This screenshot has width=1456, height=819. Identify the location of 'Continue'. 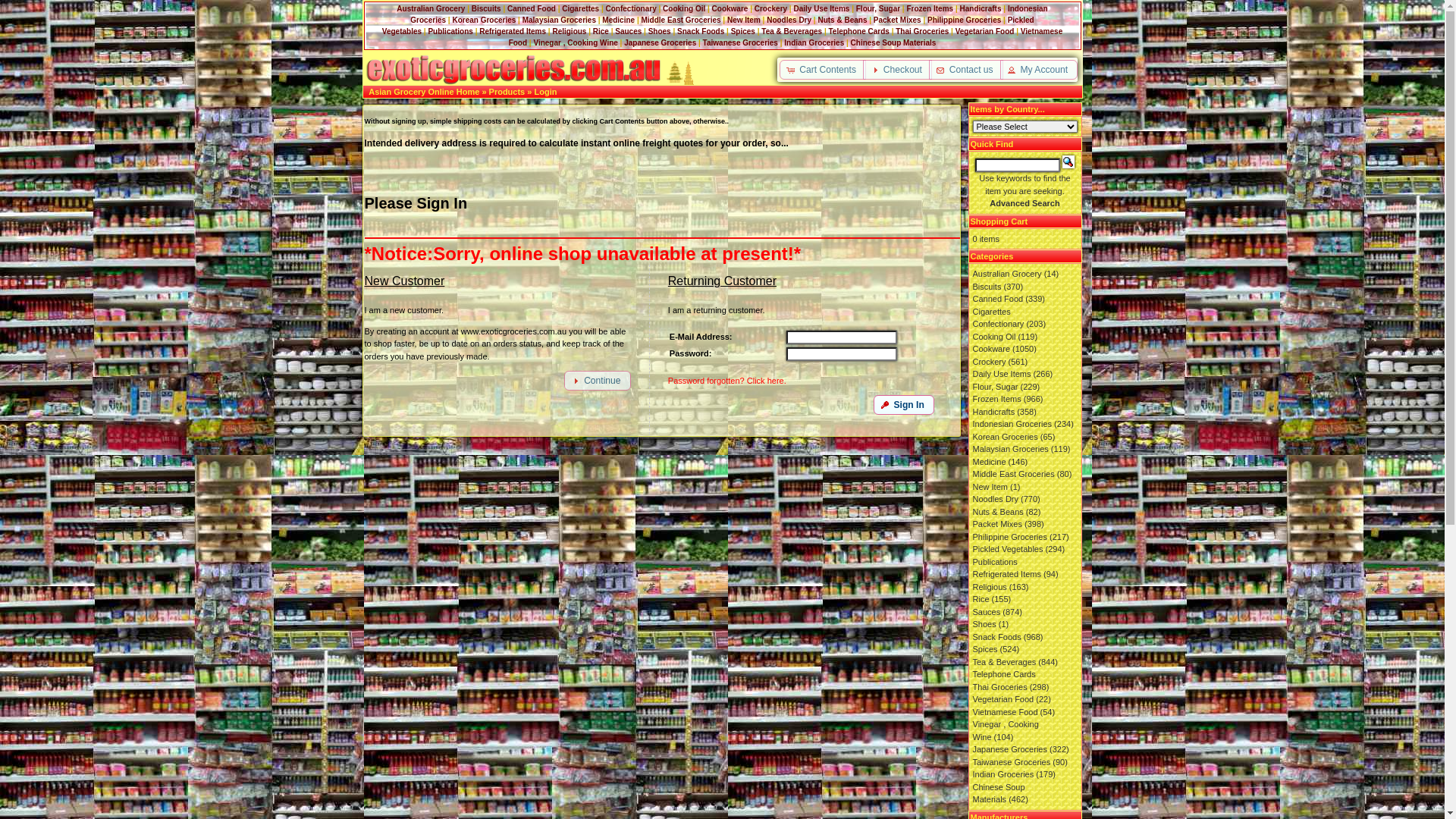
(596, 379).